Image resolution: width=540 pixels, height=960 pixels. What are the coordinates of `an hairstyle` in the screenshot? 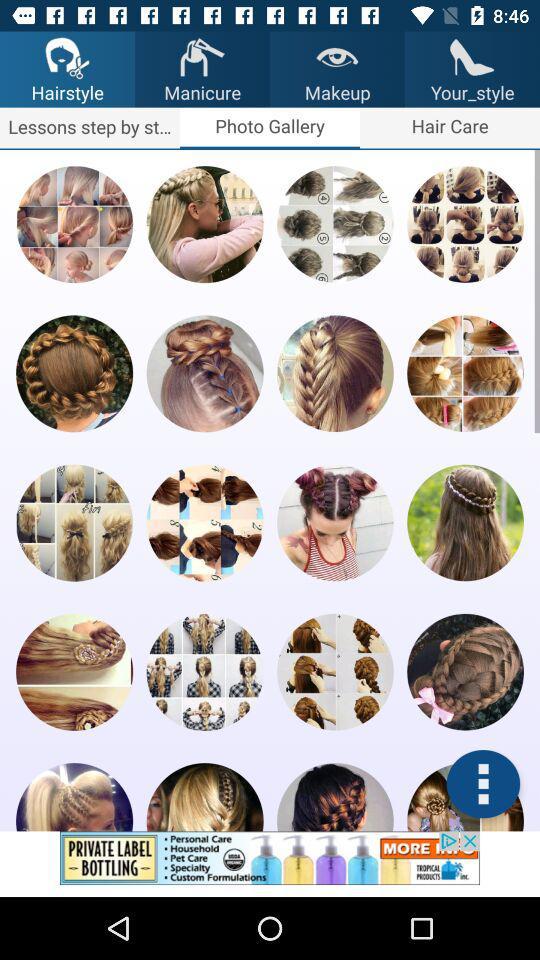 It's located at (204, 797).